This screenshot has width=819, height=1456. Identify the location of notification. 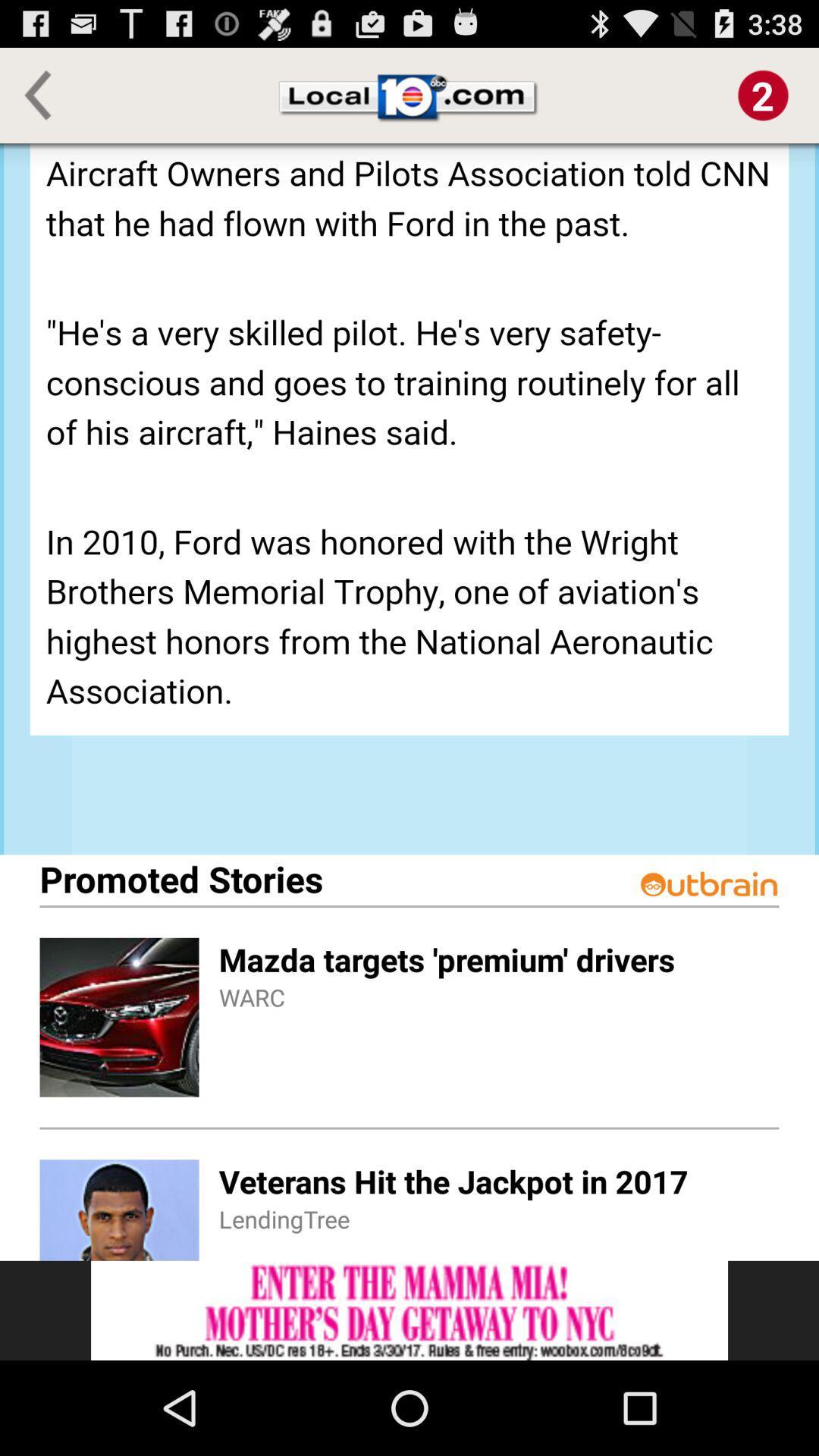
(763, 94).